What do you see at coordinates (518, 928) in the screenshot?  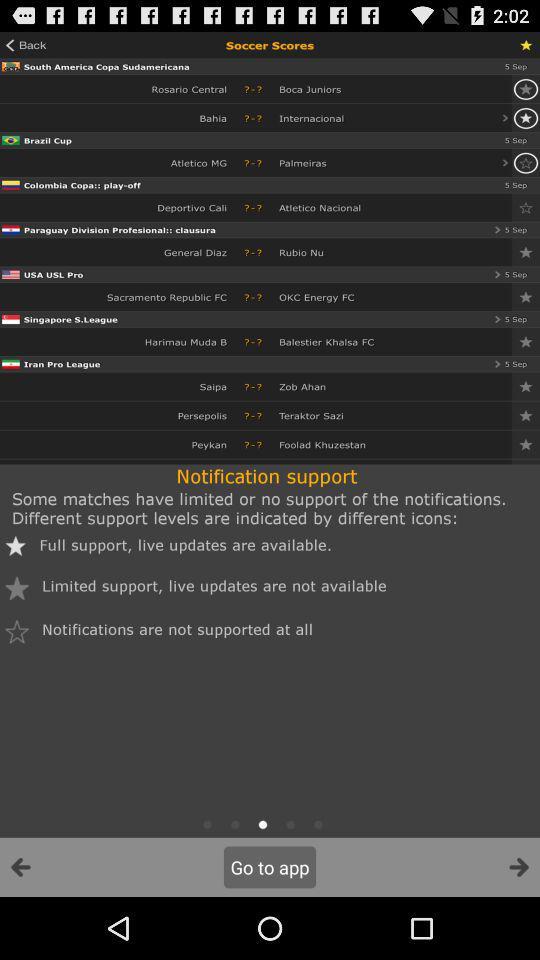 I see `the arrow_forward icon` at bounding box center [518, 928].